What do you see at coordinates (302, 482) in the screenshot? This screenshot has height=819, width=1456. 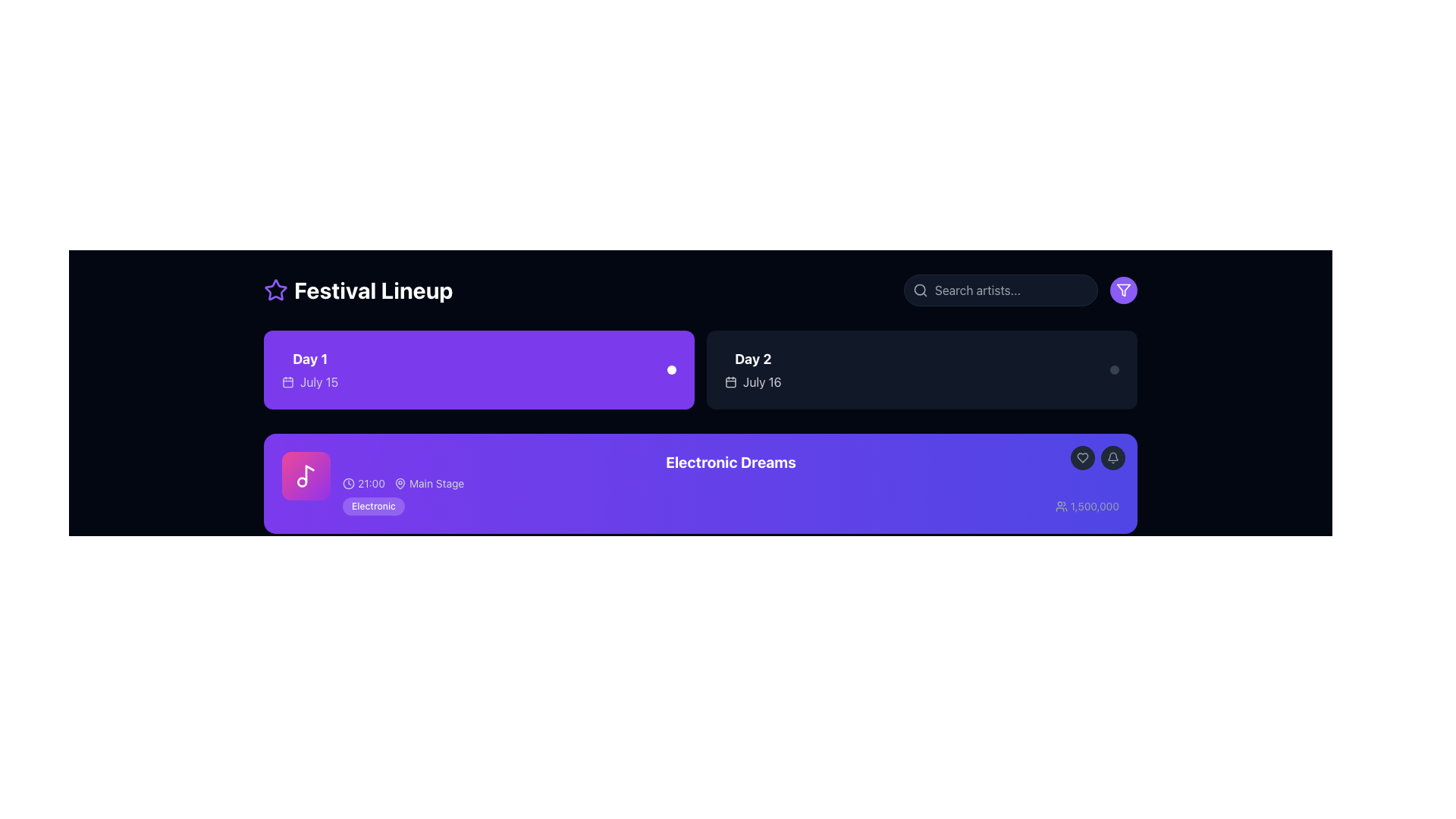 I see `the small filled circle icon located in the bottom-left quadrant of the larger music-related icon, which features a musical note` at bounding box center [302, 482].